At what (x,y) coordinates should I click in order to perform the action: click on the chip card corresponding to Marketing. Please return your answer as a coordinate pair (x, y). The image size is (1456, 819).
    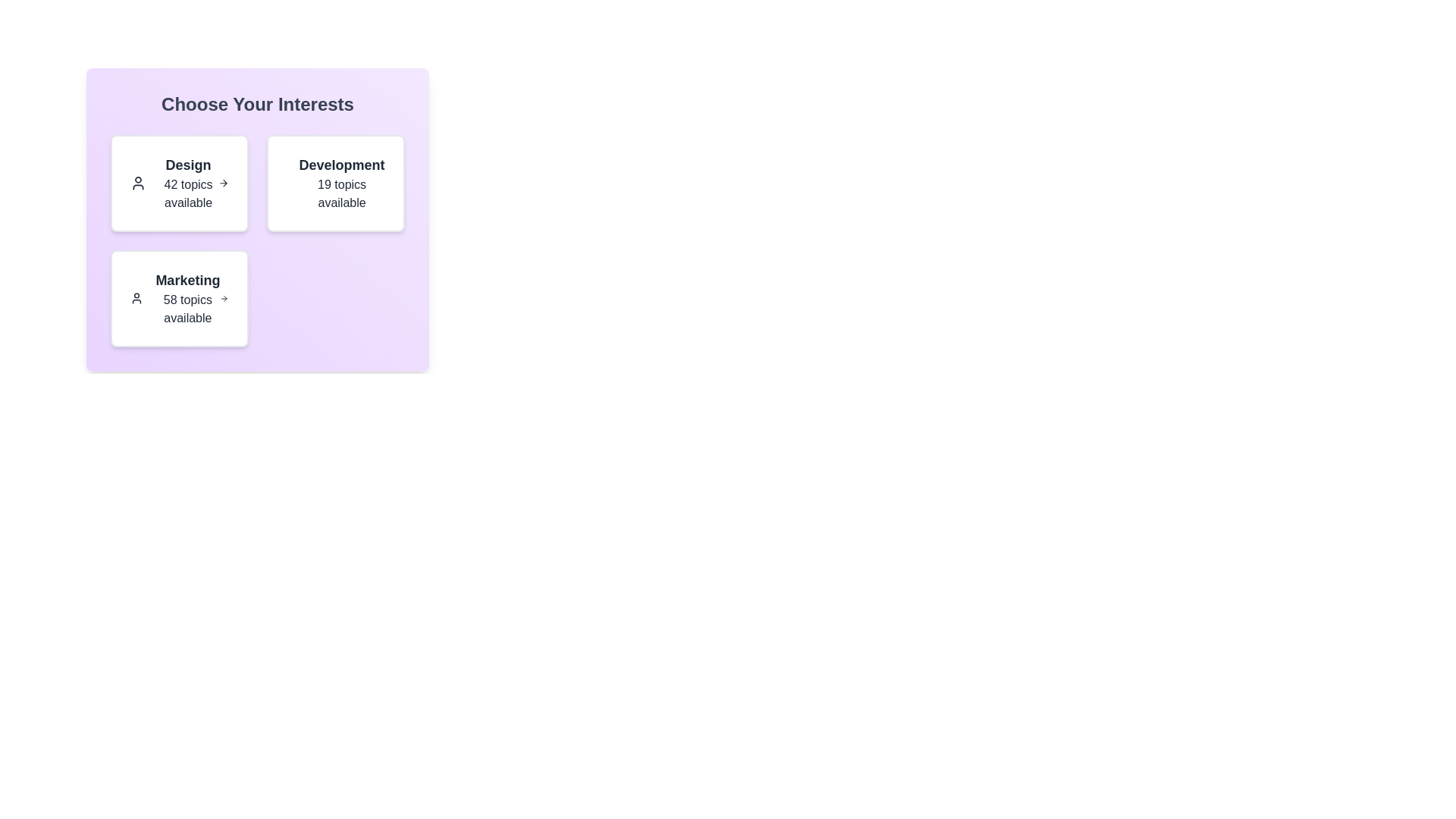
    Looking at the image, I should click on (179, 298).